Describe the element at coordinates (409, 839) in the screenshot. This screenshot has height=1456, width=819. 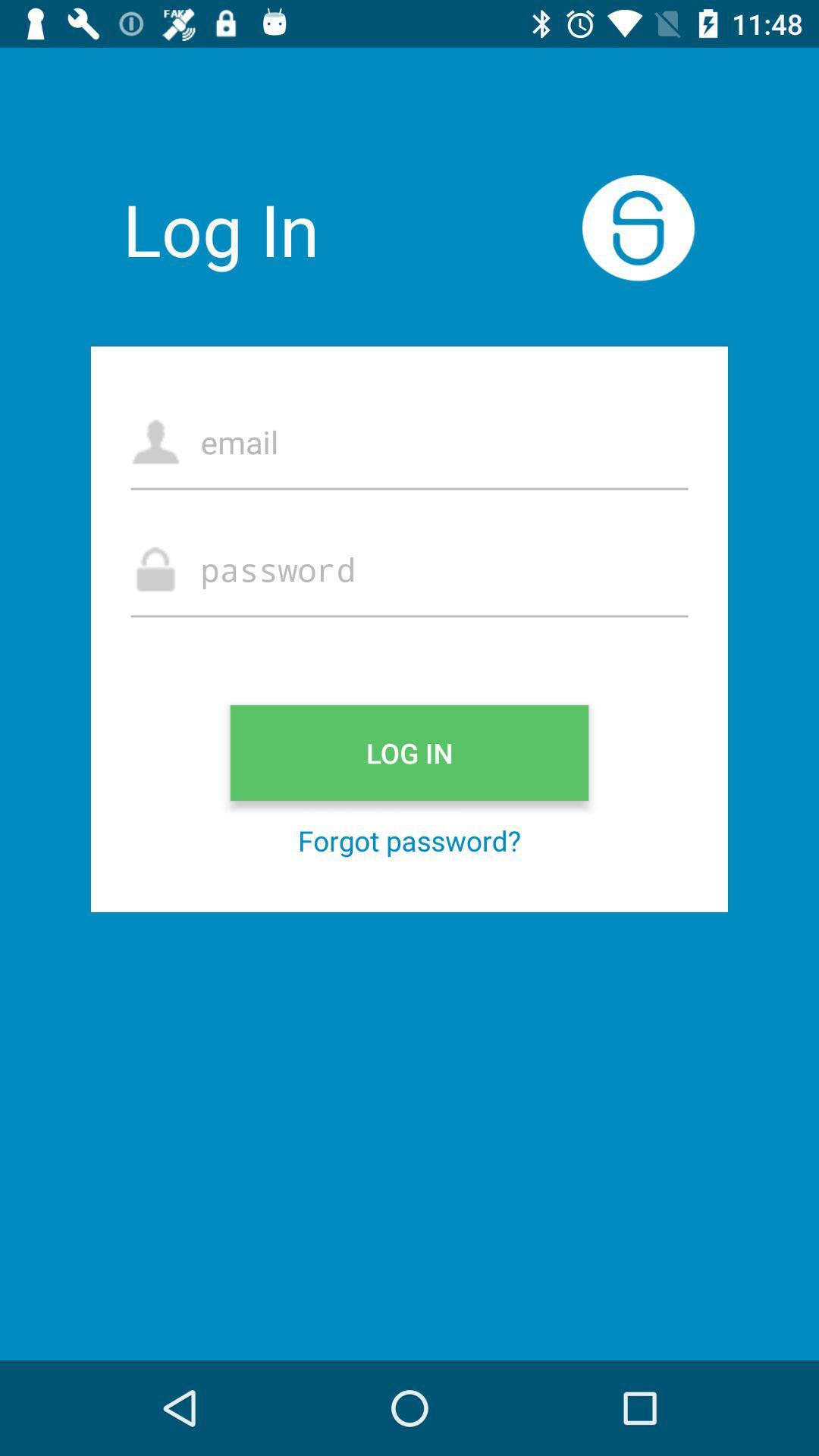
I see `the icon below log in` at that location.